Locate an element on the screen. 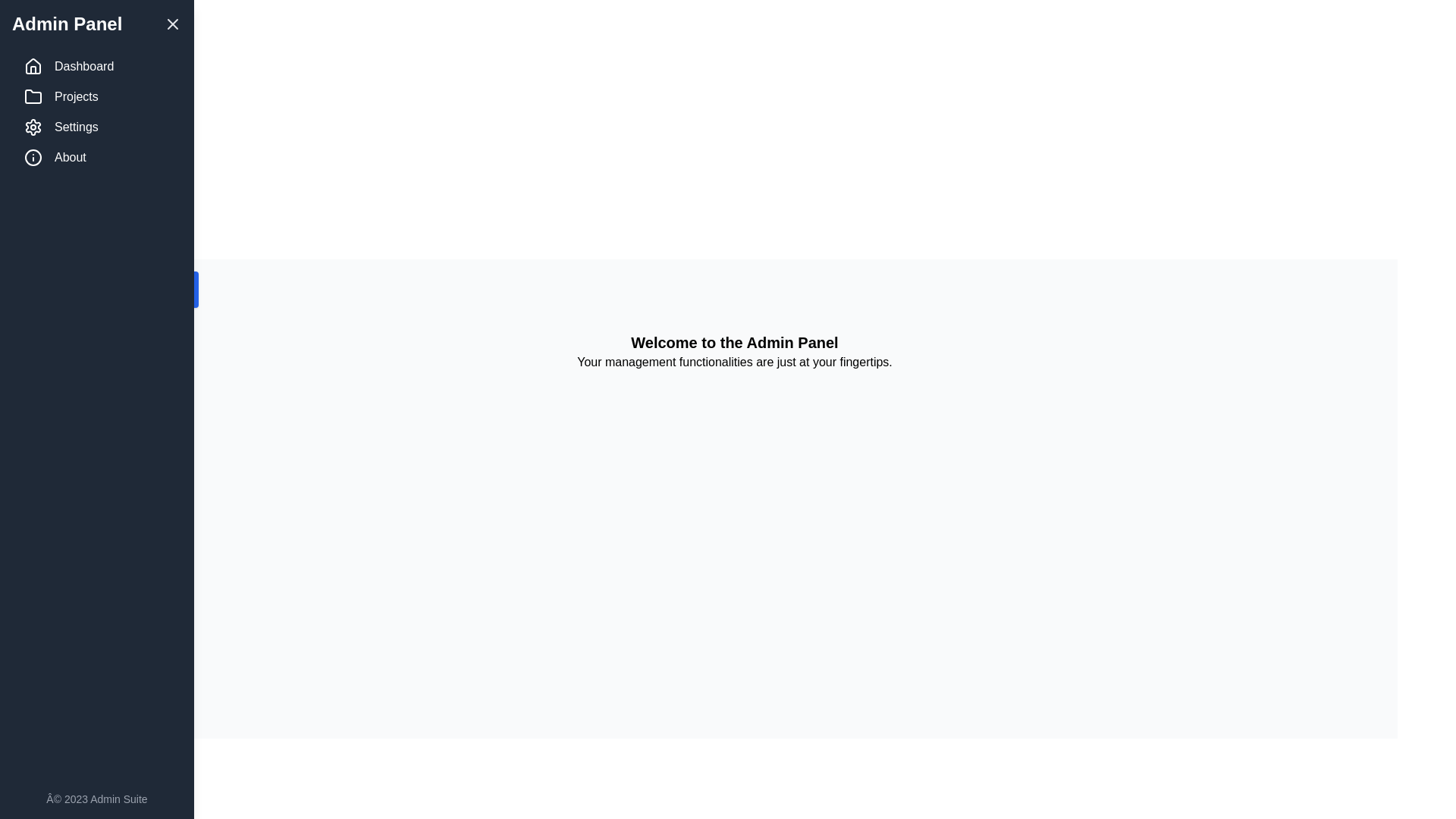  the 'About' text label in the sidebar menu is located at coordinates (69, 158).